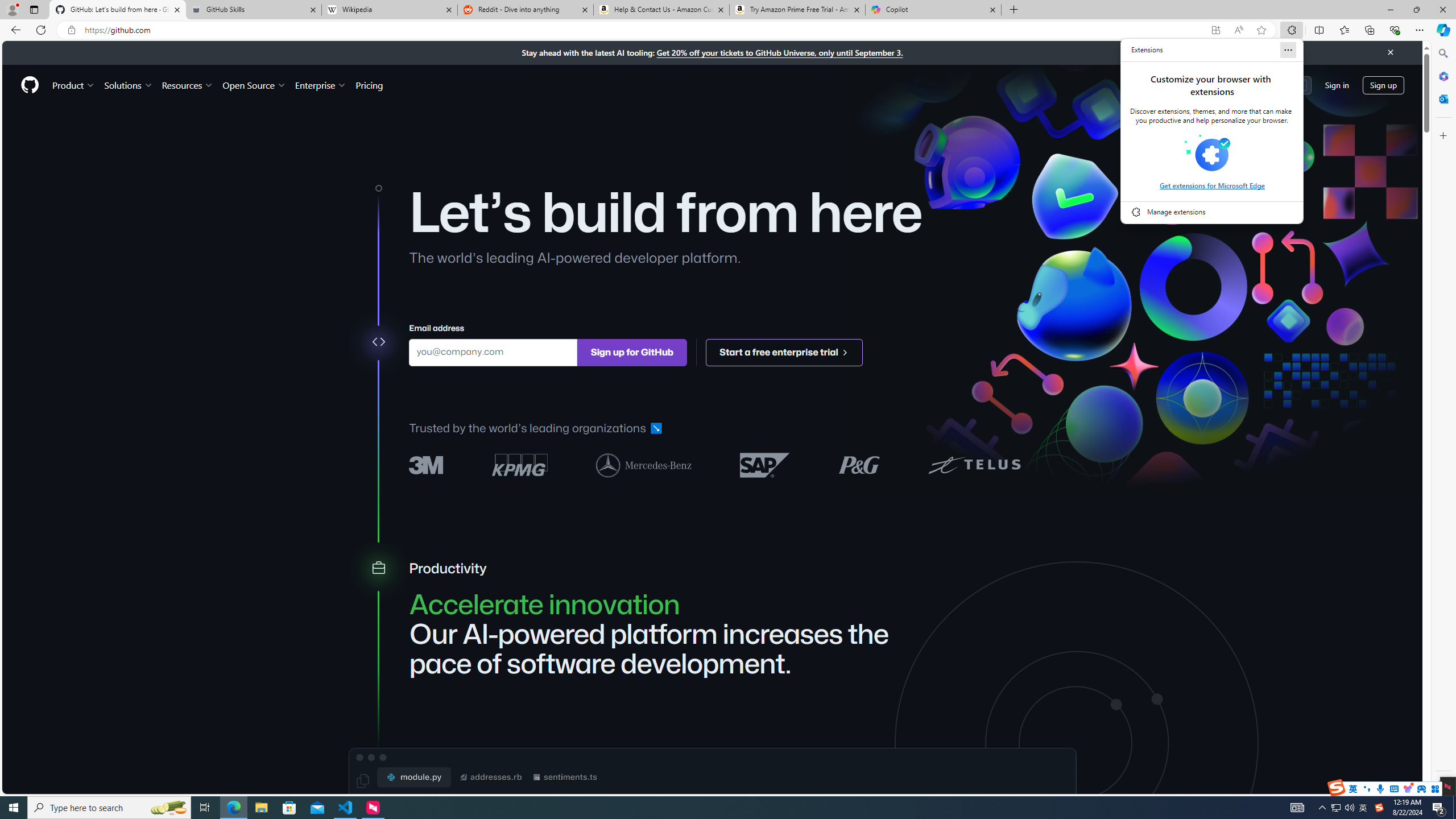 The width and height of the screenshot is (1456, 819). I want to click on 'Microsoft Store', so click(289, 806).